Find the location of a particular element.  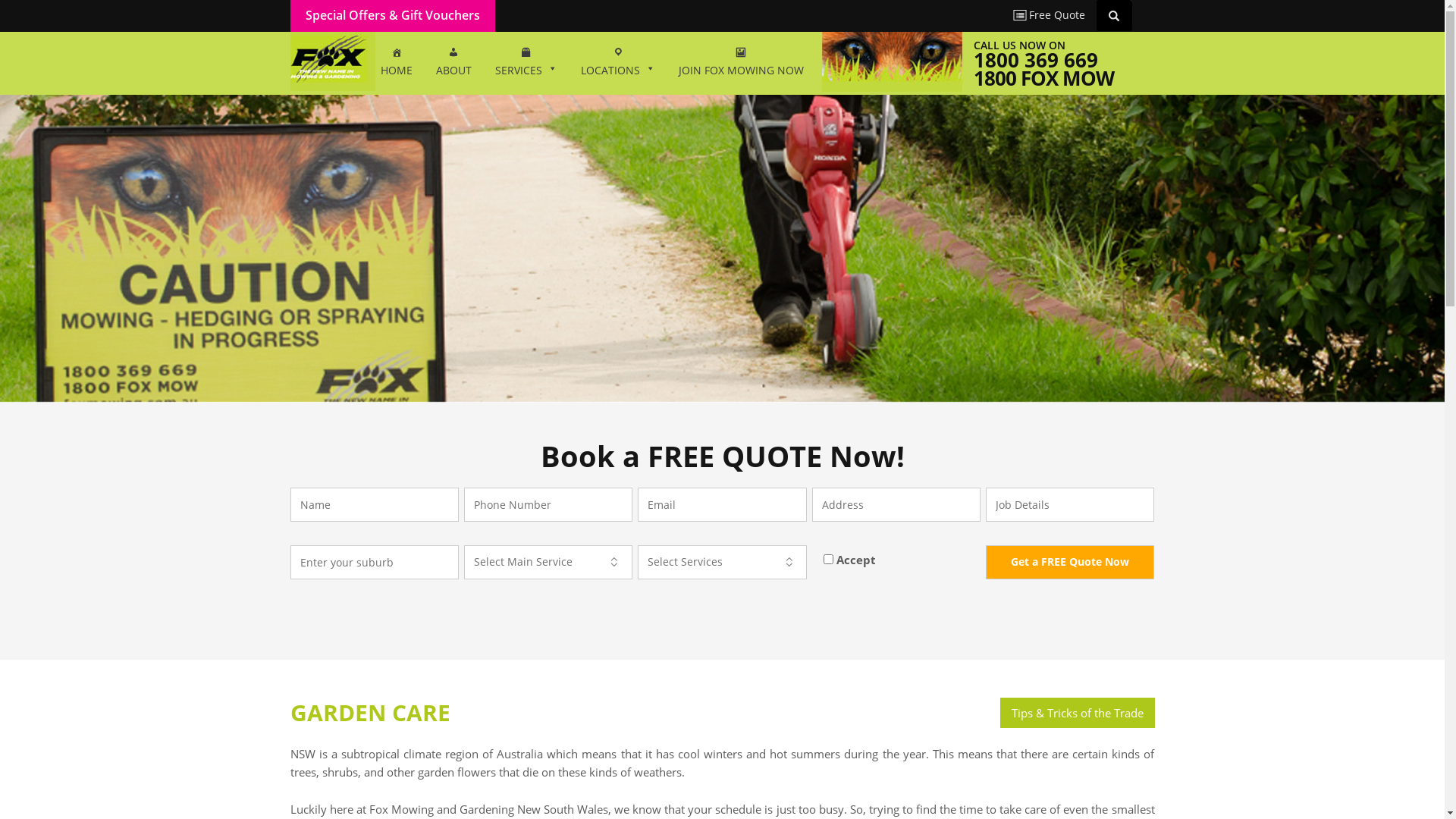

'ABOUT' is located at coordinates (453, 62).